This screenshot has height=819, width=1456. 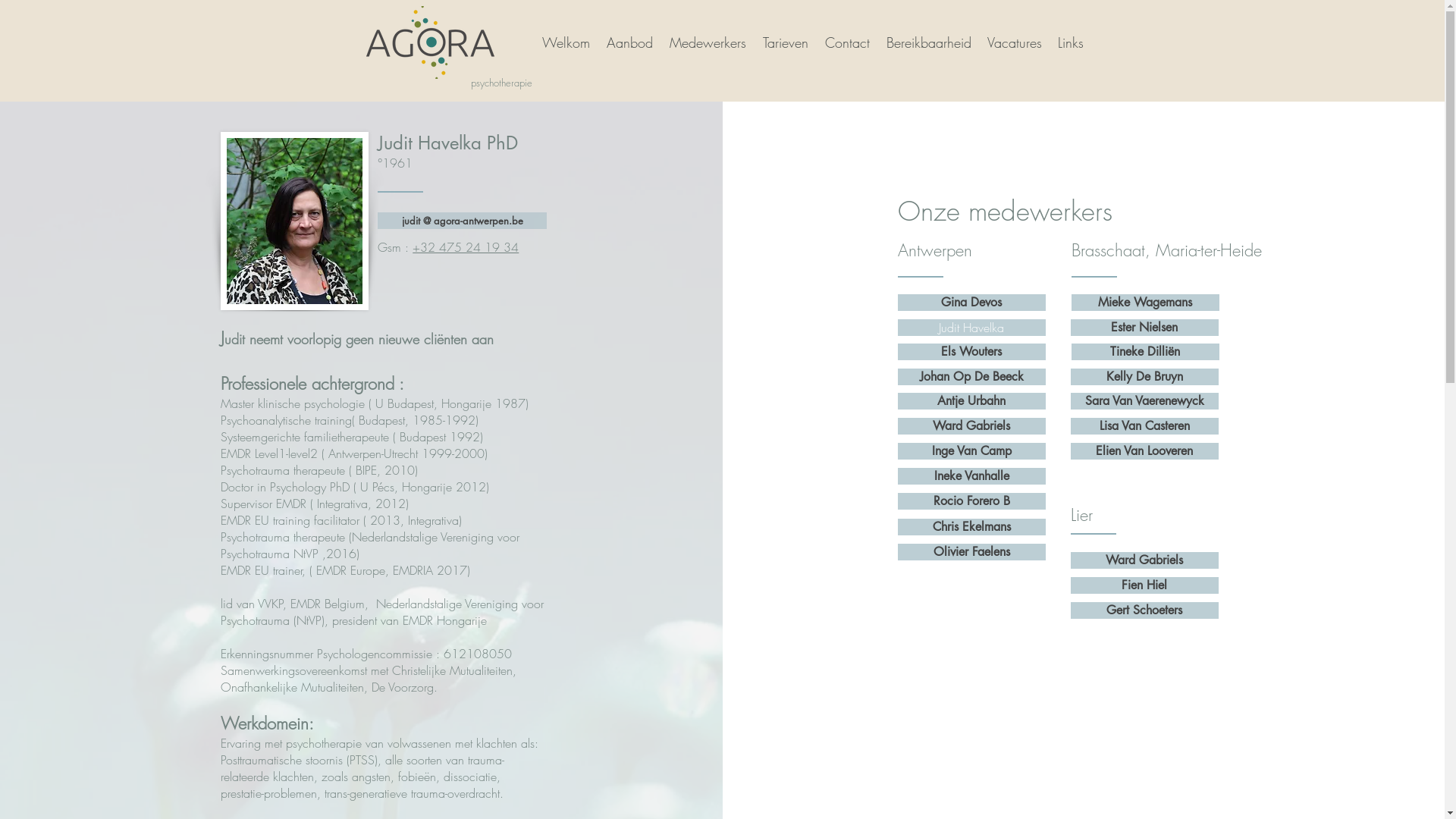 I want to click on 'Inge Van Camp', so click(x=971, y=450).